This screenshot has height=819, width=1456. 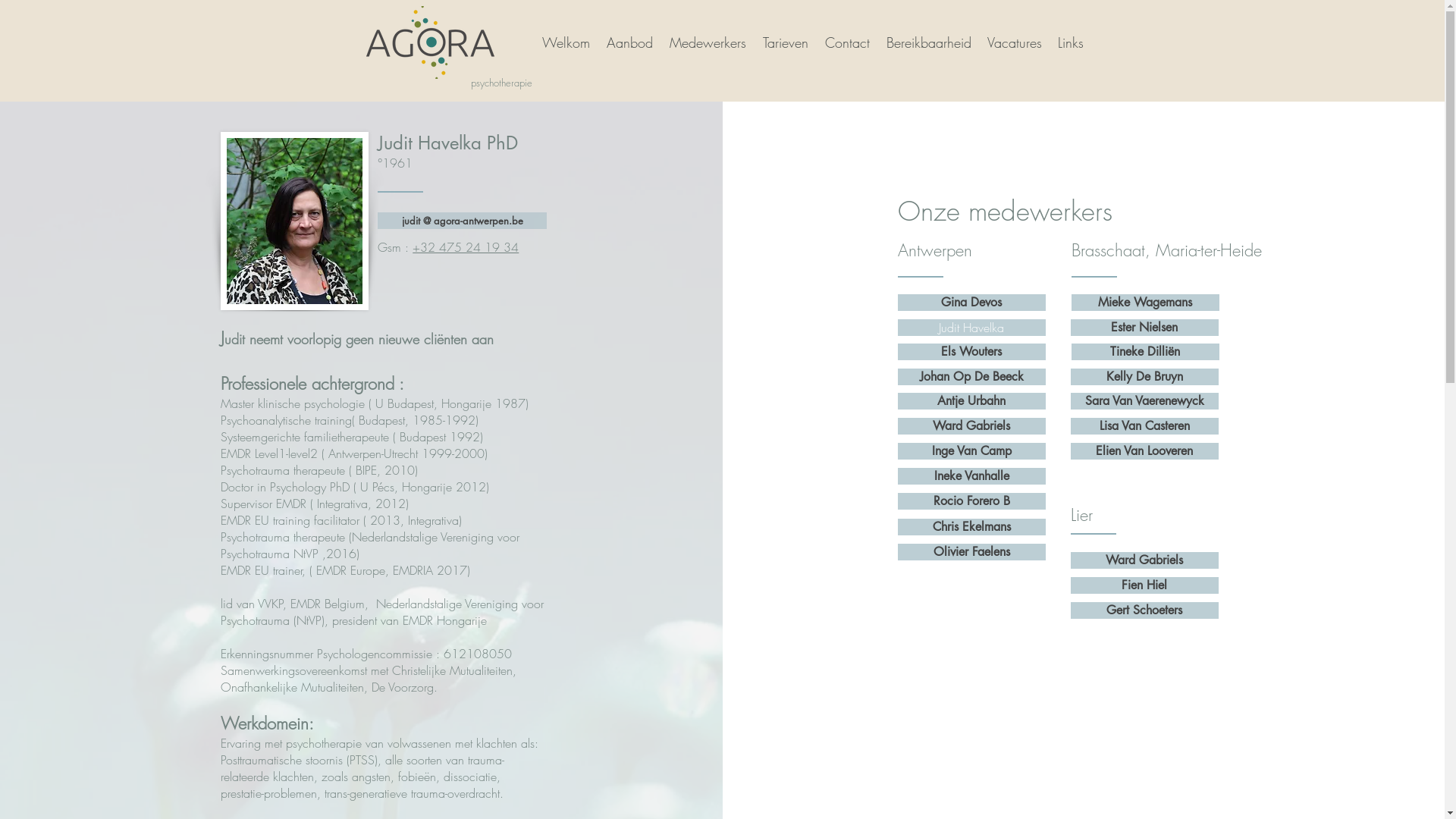 I want to click on 'Inge Van Camp', so click(x=971, y=450).